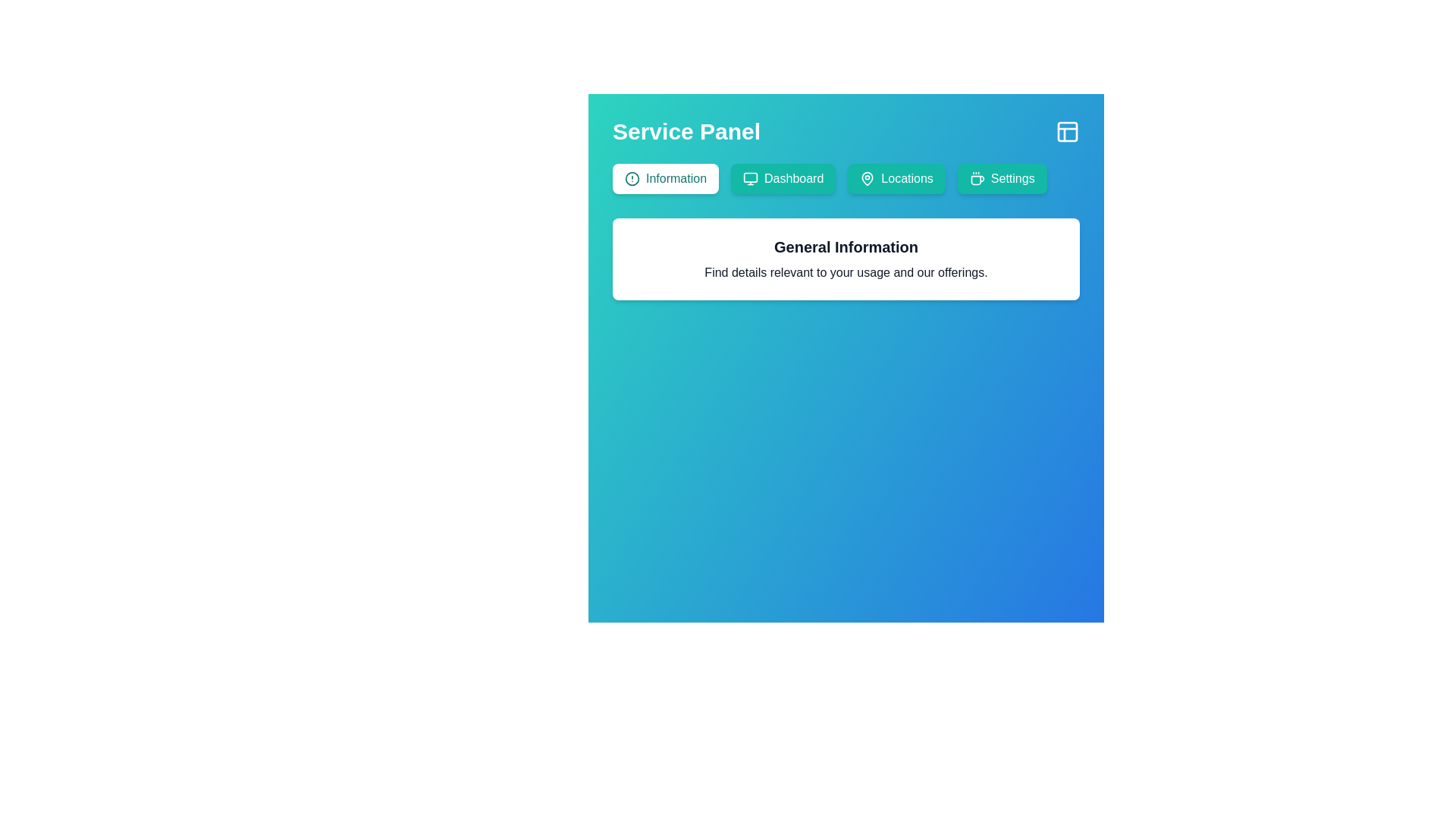 The height and width of the screenshot is (819, 1456). Describe the element at coordinates (868, 177) in the screenshot. I see `the pin icon located on the 'Locations' button in the navigation bar` at that location.